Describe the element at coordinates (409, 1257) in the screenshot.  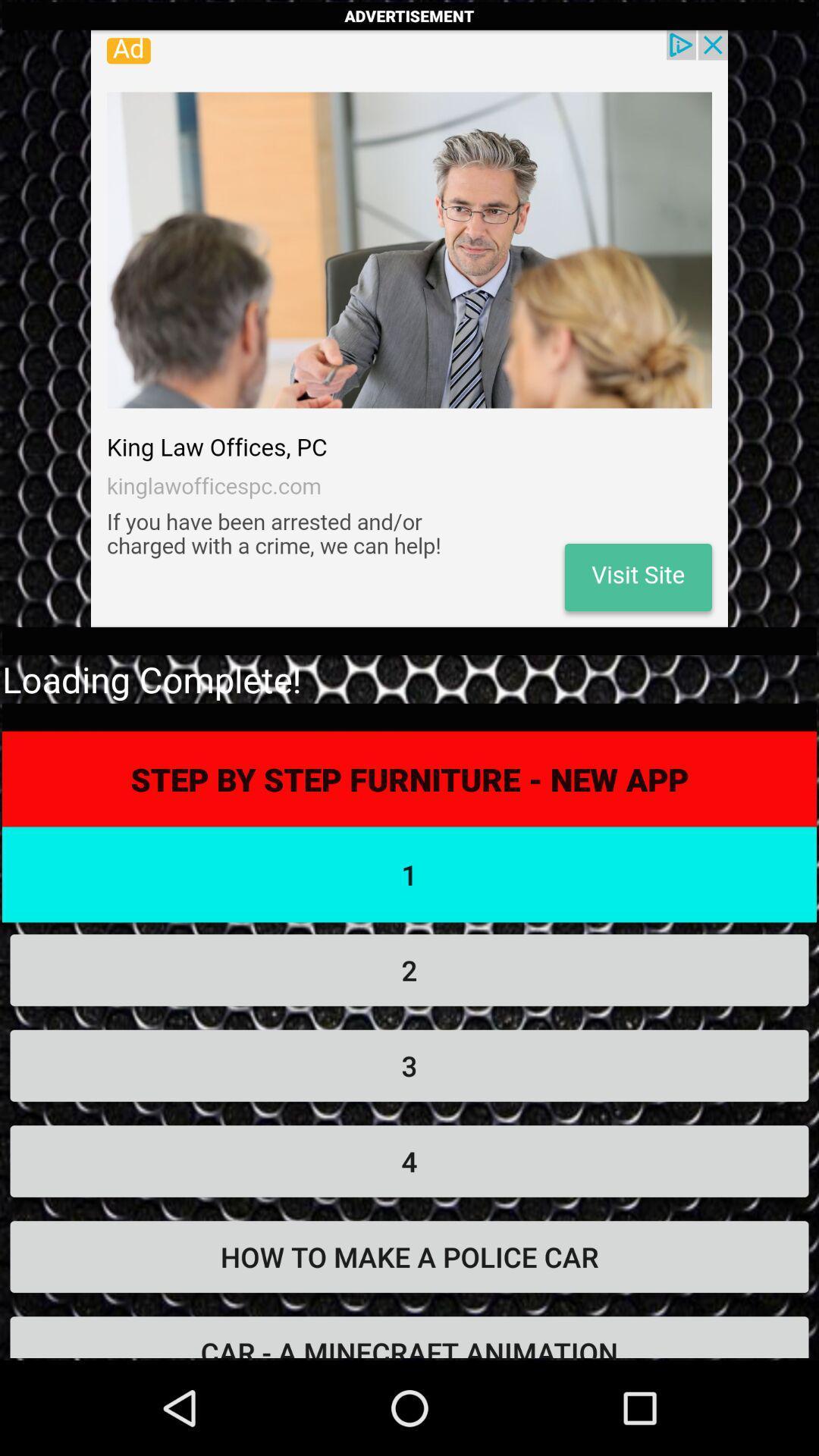
I see `how to make a police car option` at that location.